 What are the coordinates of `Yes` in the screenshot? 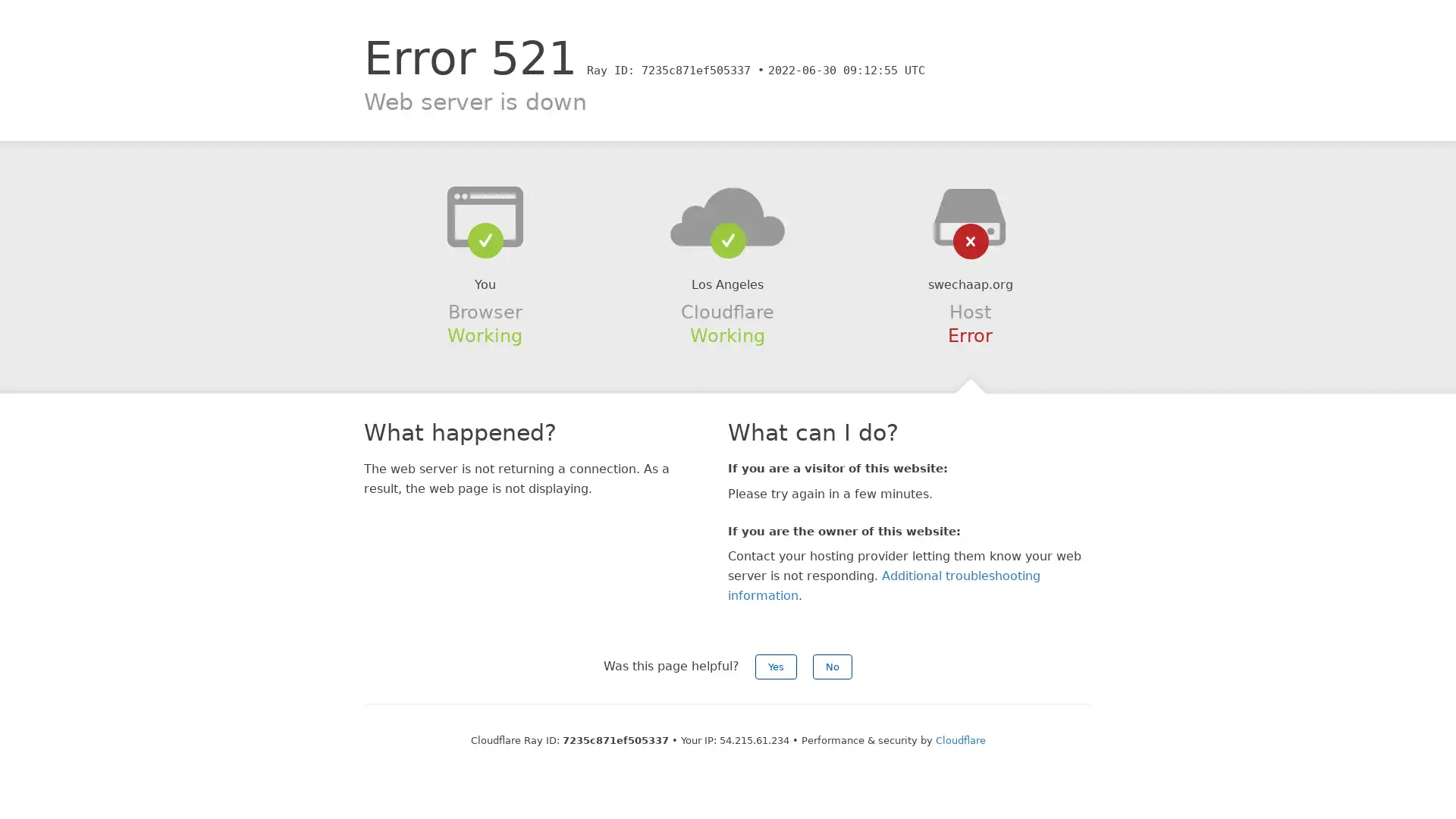 It's located at (776, 666).